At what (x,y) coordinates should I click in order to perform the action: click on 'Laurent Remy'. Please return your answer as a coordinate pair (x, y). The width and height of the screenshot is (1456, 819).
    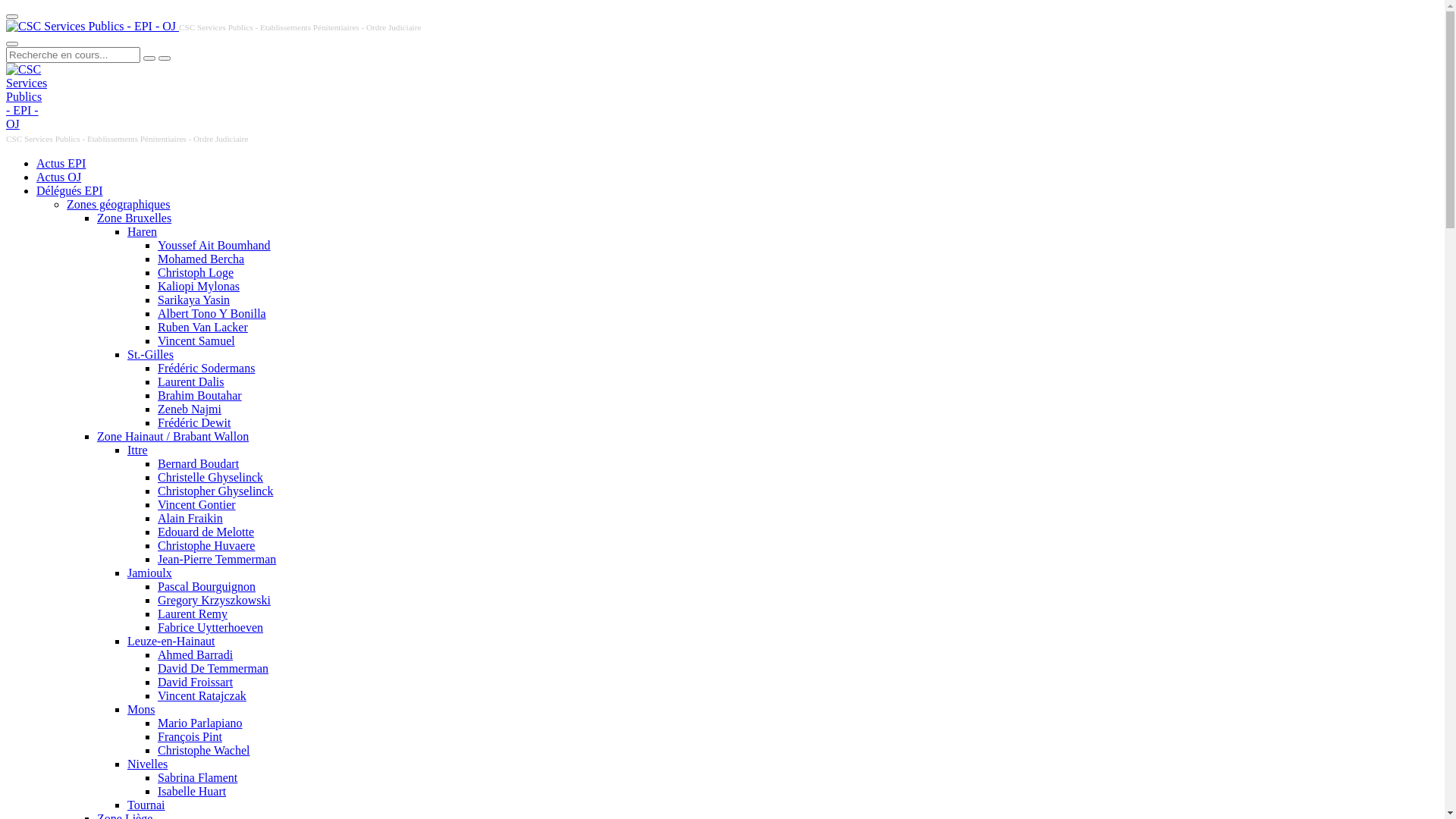
    Looking at the image, I should click on (192, 613).